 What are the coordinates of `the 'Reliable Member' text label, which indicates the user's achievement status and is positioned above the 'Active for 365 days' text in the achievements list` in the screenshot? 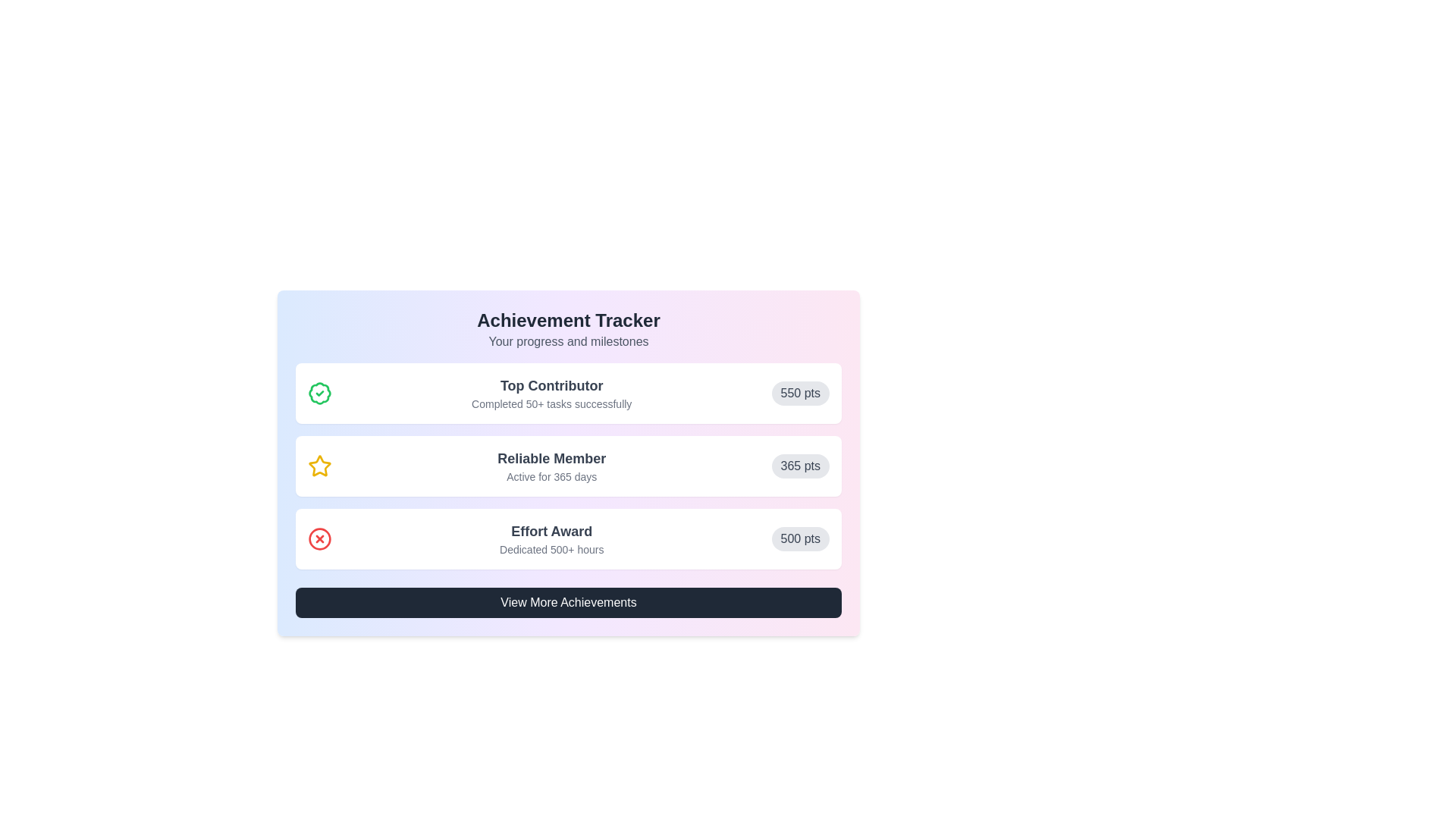 It's located at (551, 458).